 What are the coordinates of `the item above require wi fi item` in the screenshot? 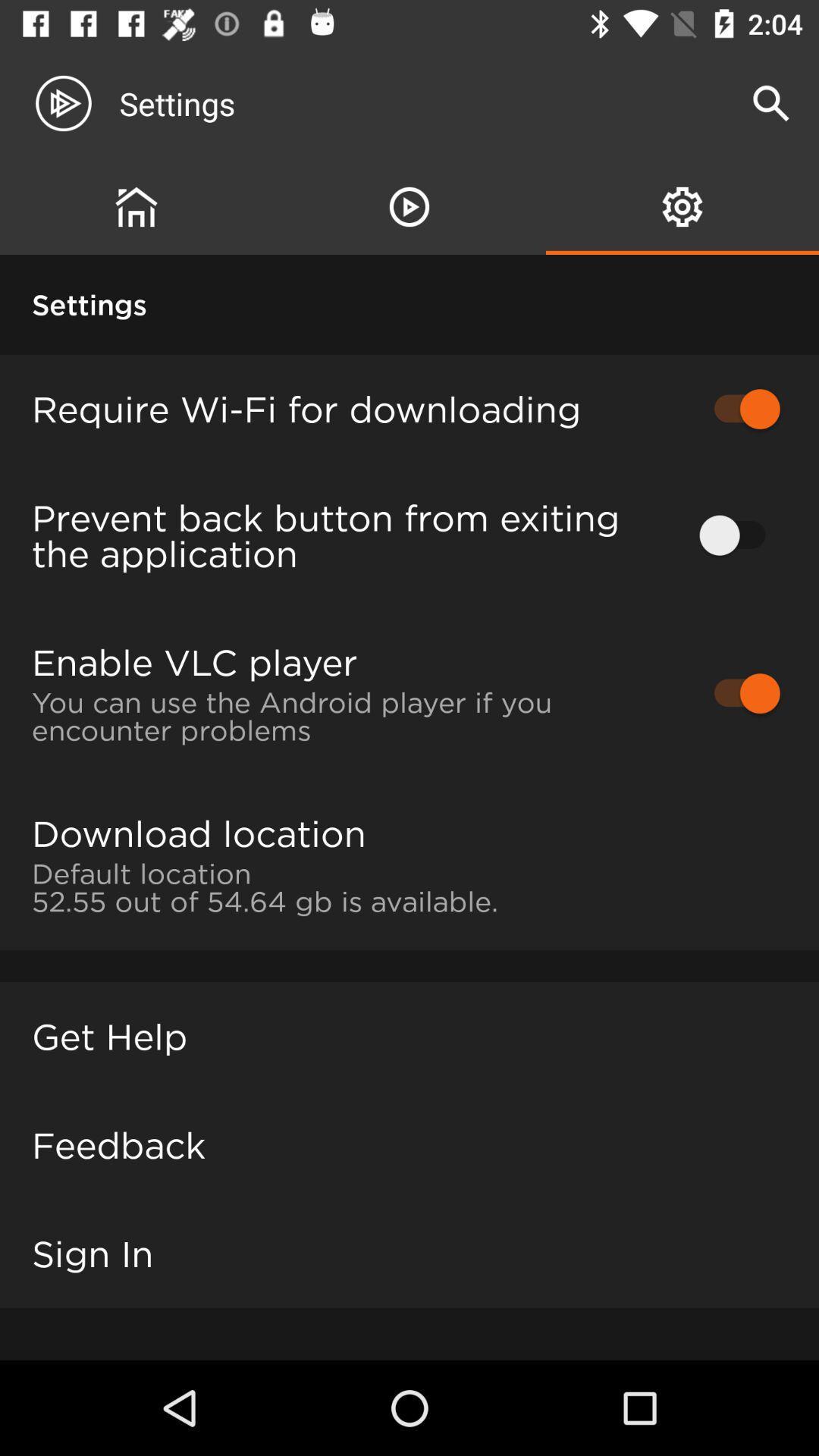 It's located at (409, 206).